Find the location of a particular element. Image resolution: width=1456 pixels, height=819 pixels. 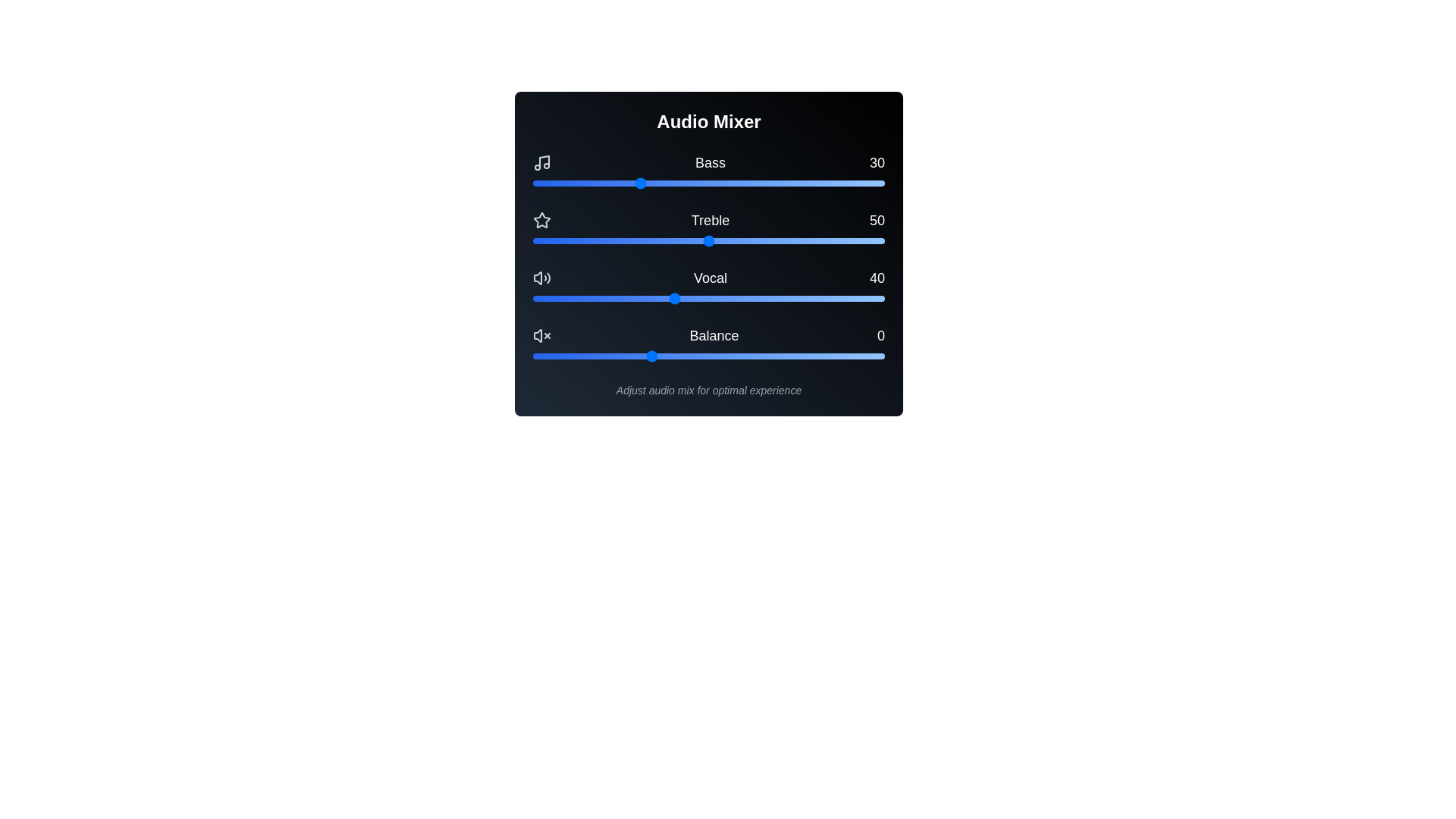

the balance slider to -32 within its range of -50 to 100 is located at coordinates (574, 356).